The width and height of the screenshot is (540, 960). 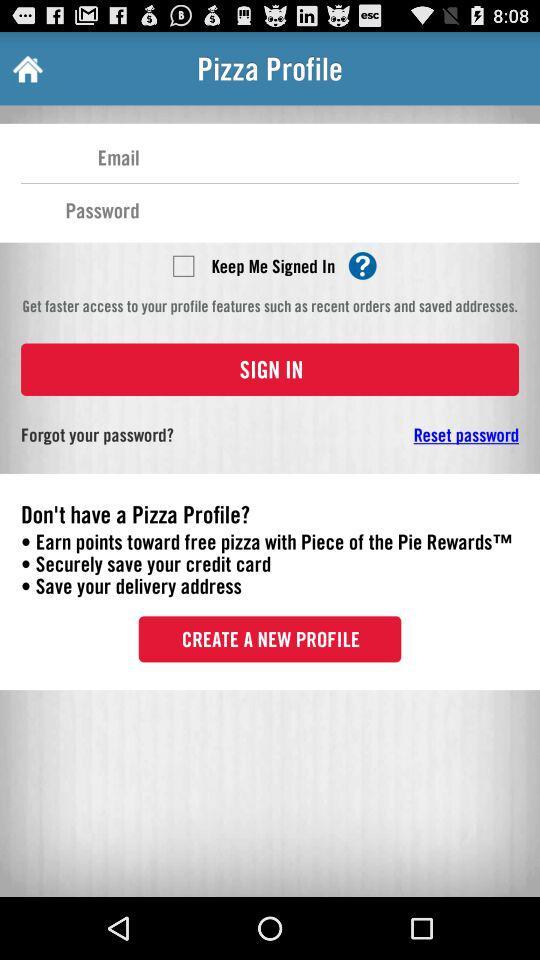 What do you see at coordinates (361, 283) in the screenshot?
I see `the help icon` at bounding box center [361, 283].